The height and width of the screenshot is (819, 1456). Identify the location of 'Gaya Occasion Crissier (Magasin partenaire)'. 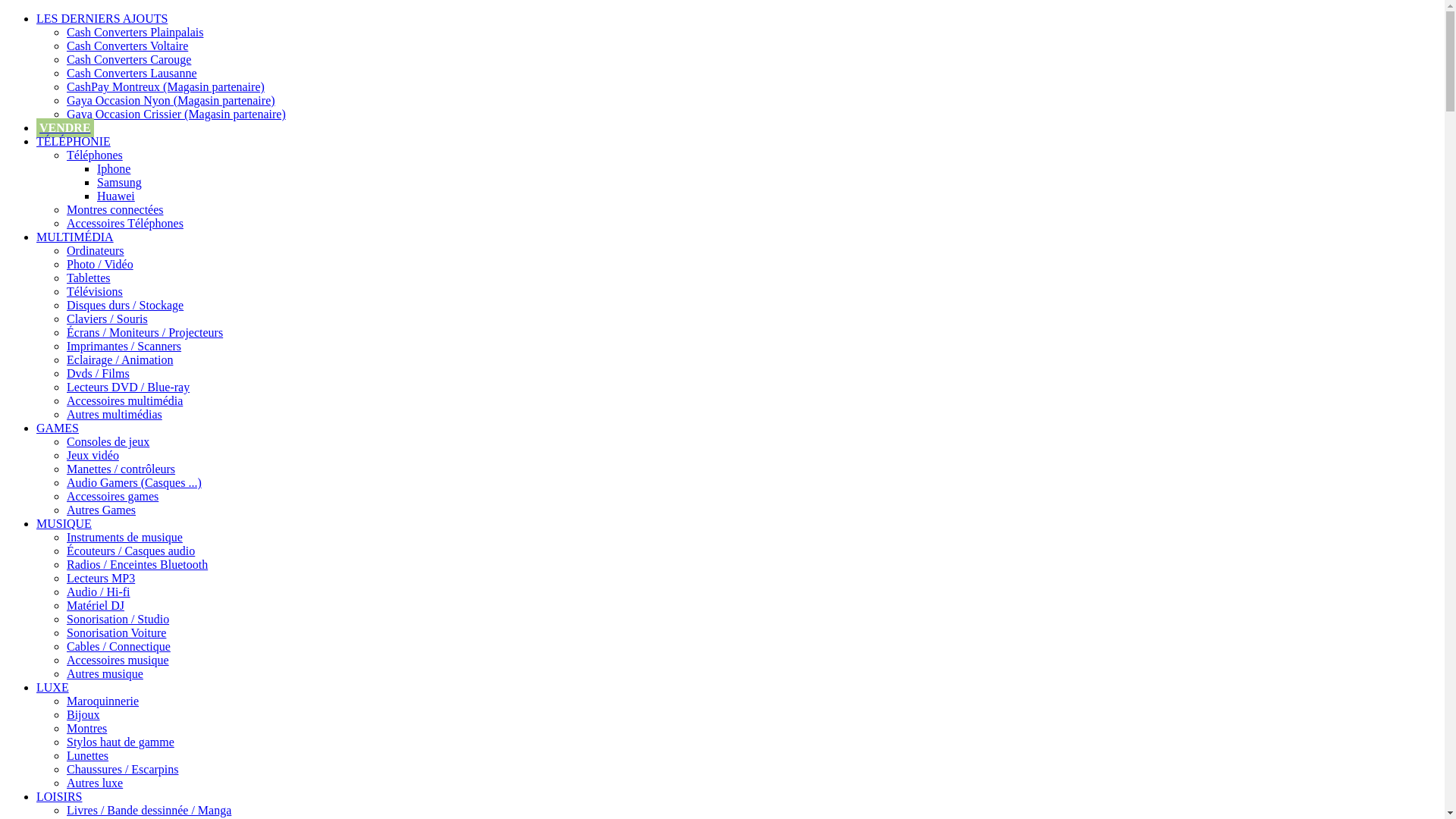
(176, 113).